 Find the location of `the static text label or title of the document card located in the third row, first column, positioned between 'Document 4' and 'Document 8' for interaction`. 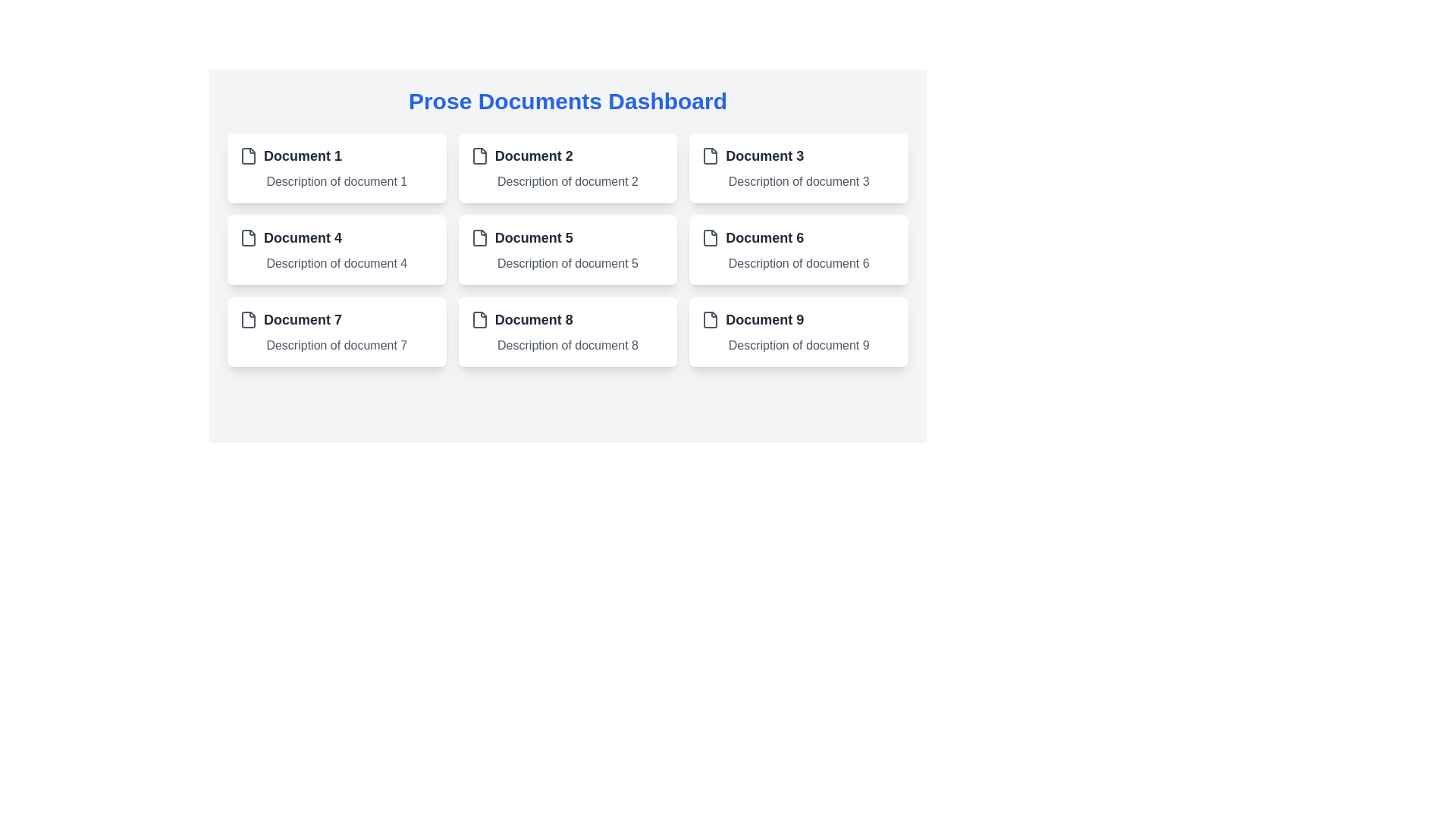

the static text label or title of the document card located in the third row, first column, positioned between 'Document 4' and 'Document 8' for interaction is located at coordinates (303, 318).